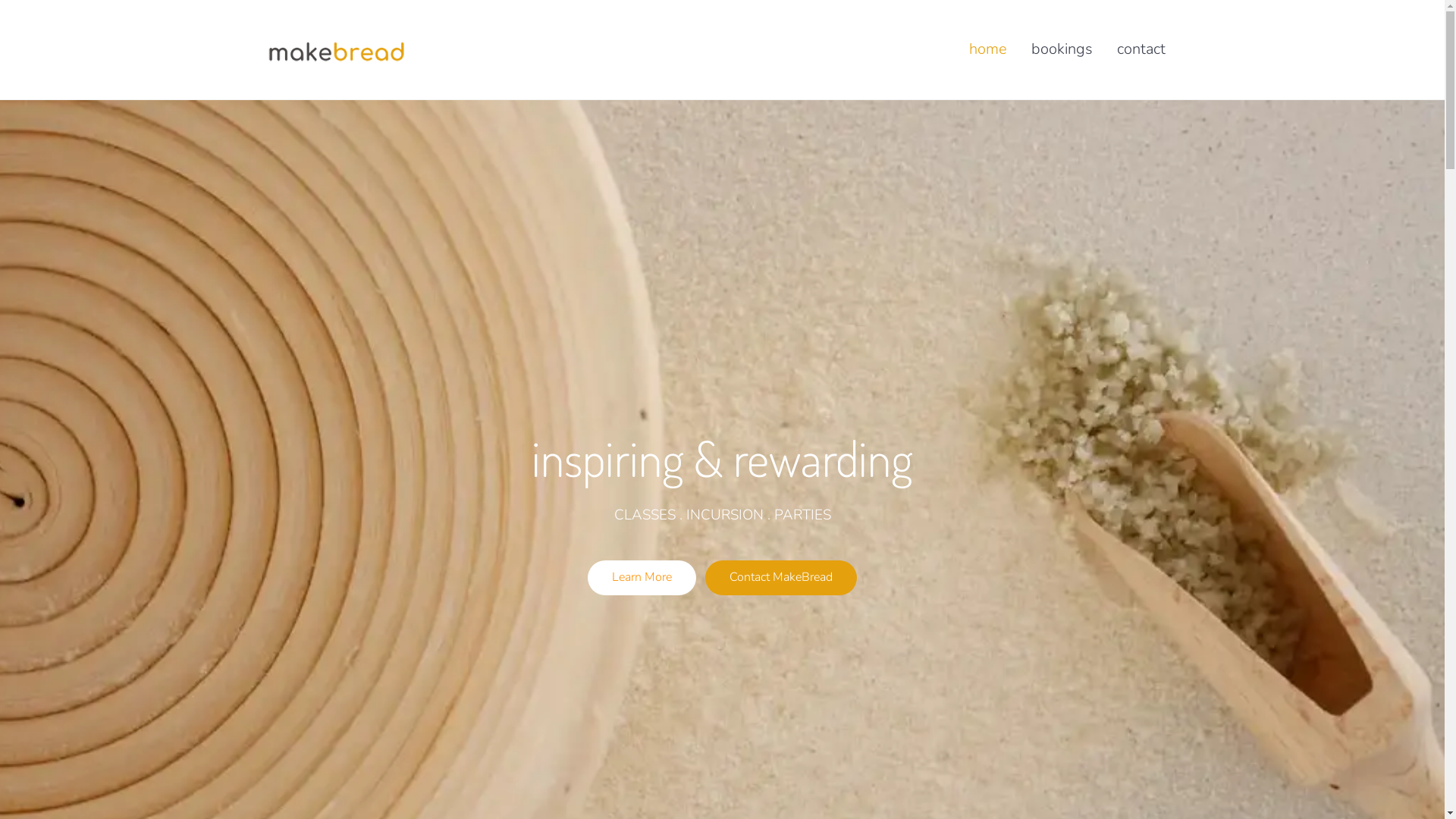  I want to click on 'bookings', so click(1061, 49).